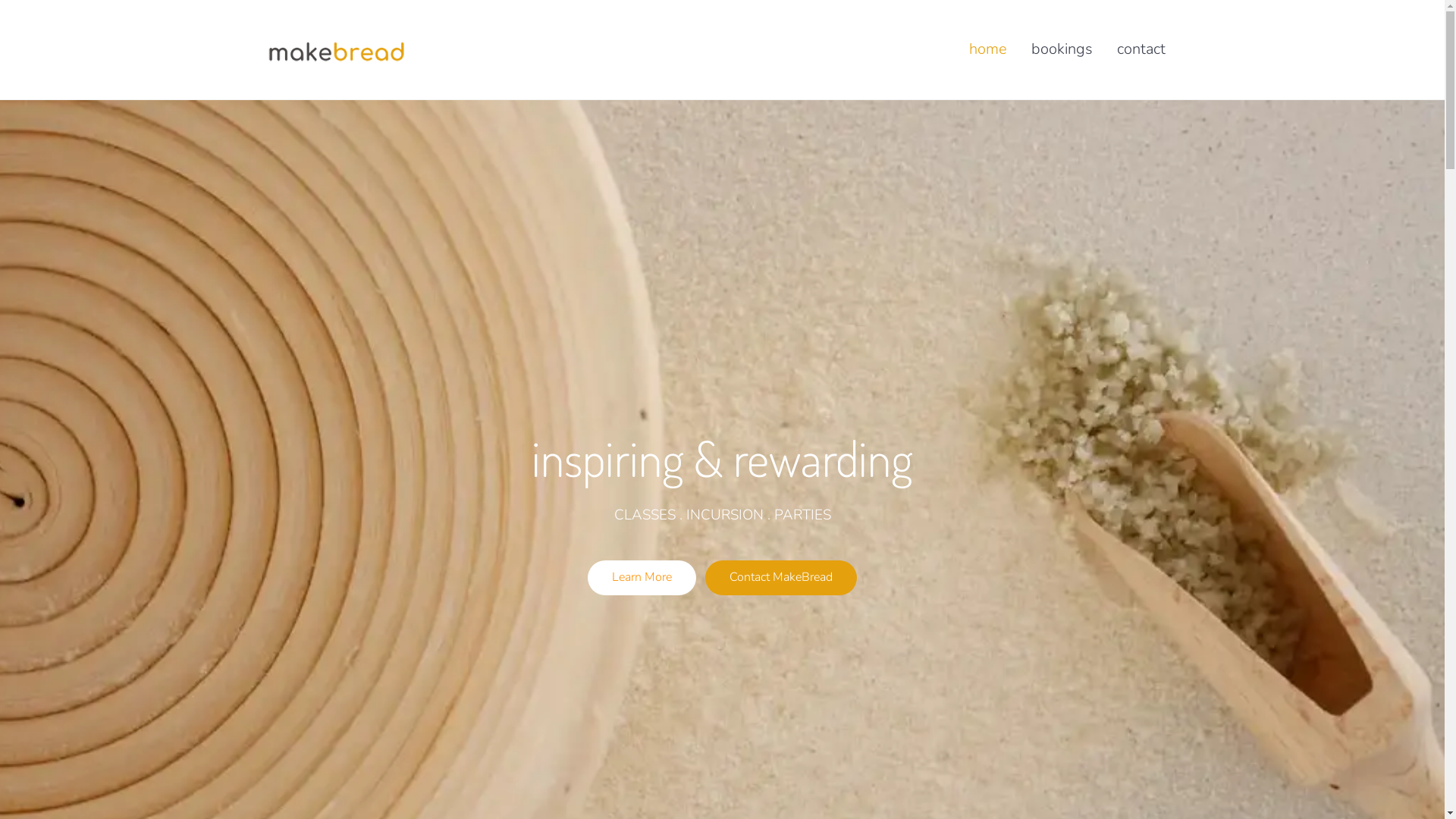  I want to click on 'bookings', so click(1061, 49).